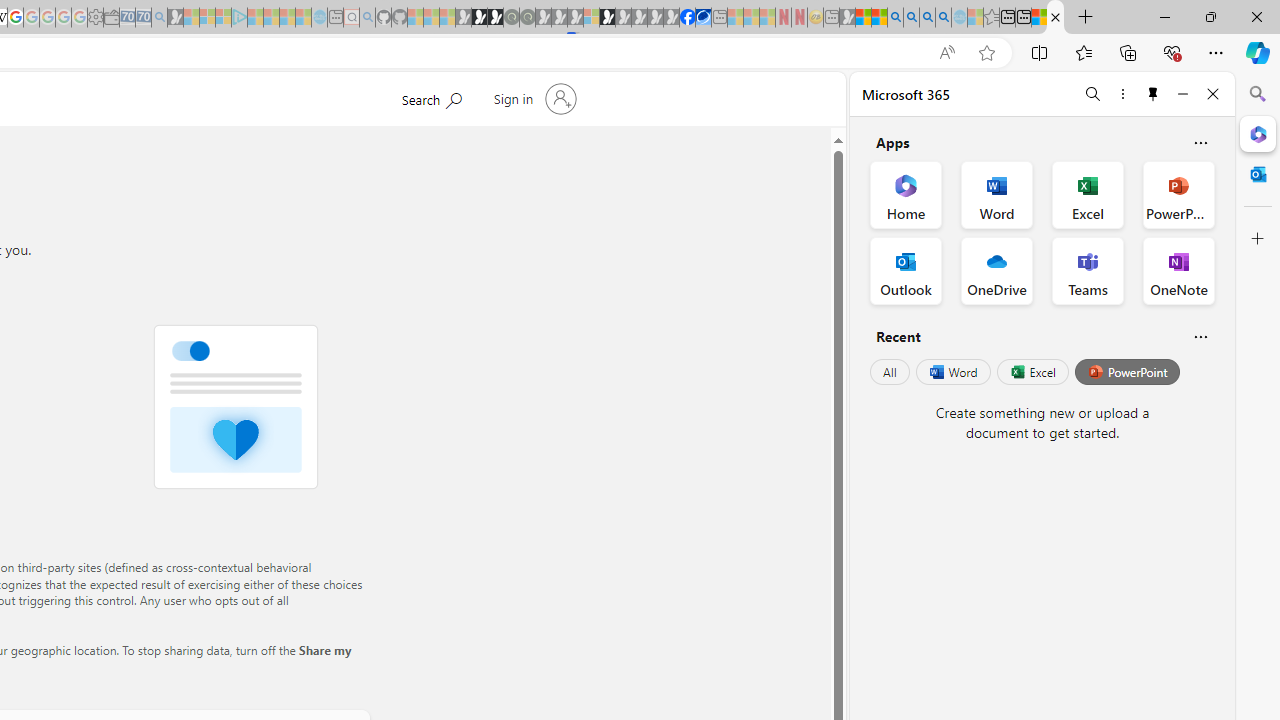  I want to click on 'Cheap Car Rentals - Save70.com - Sleeping', so click(142, 17).